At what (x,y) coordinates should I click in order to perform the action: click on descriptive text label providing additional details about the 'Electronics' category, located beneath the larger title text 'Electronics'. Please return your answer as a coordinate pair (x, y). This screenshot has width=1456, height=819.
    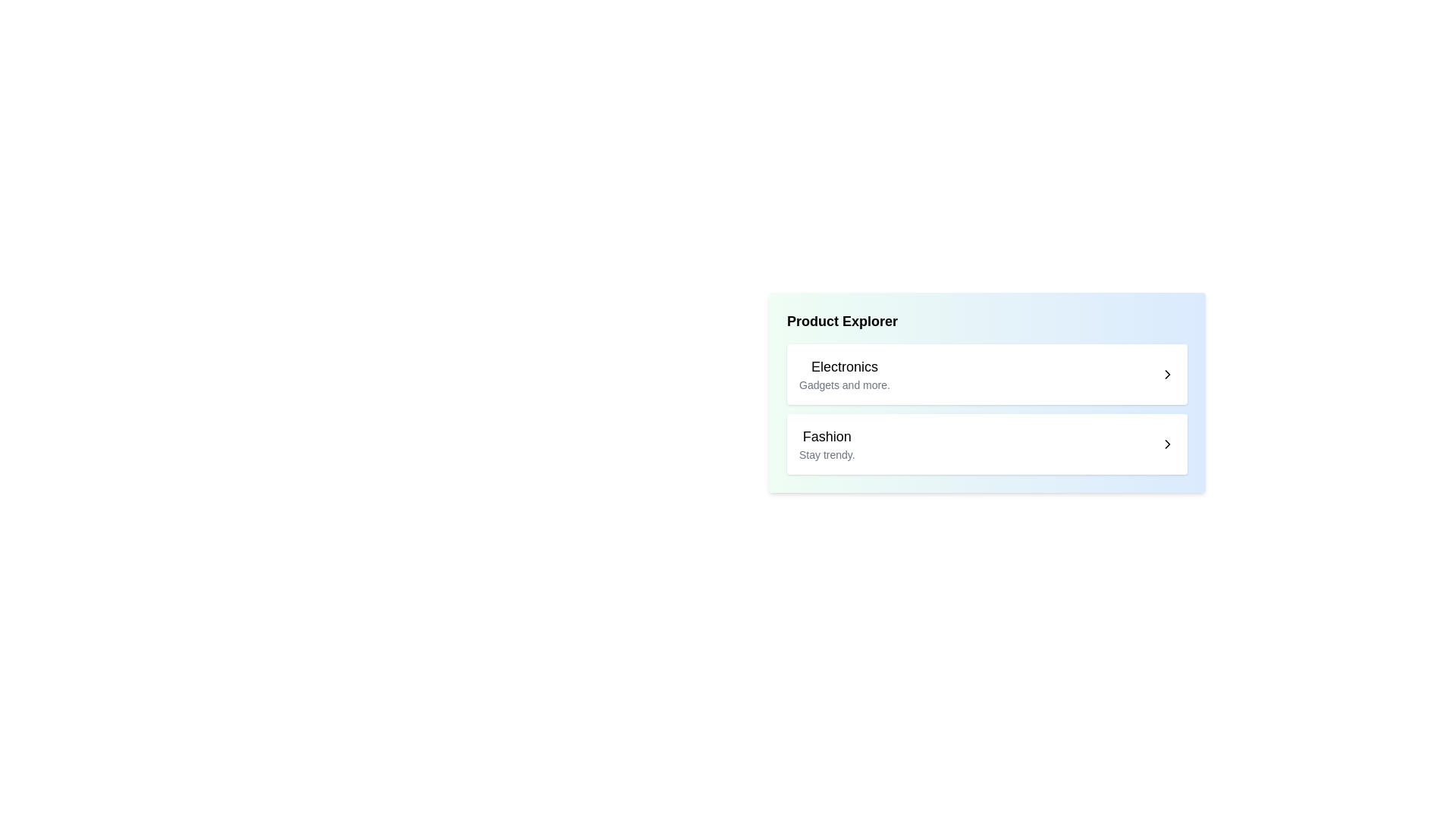
    Looking at the image, I should click on (843, 384).